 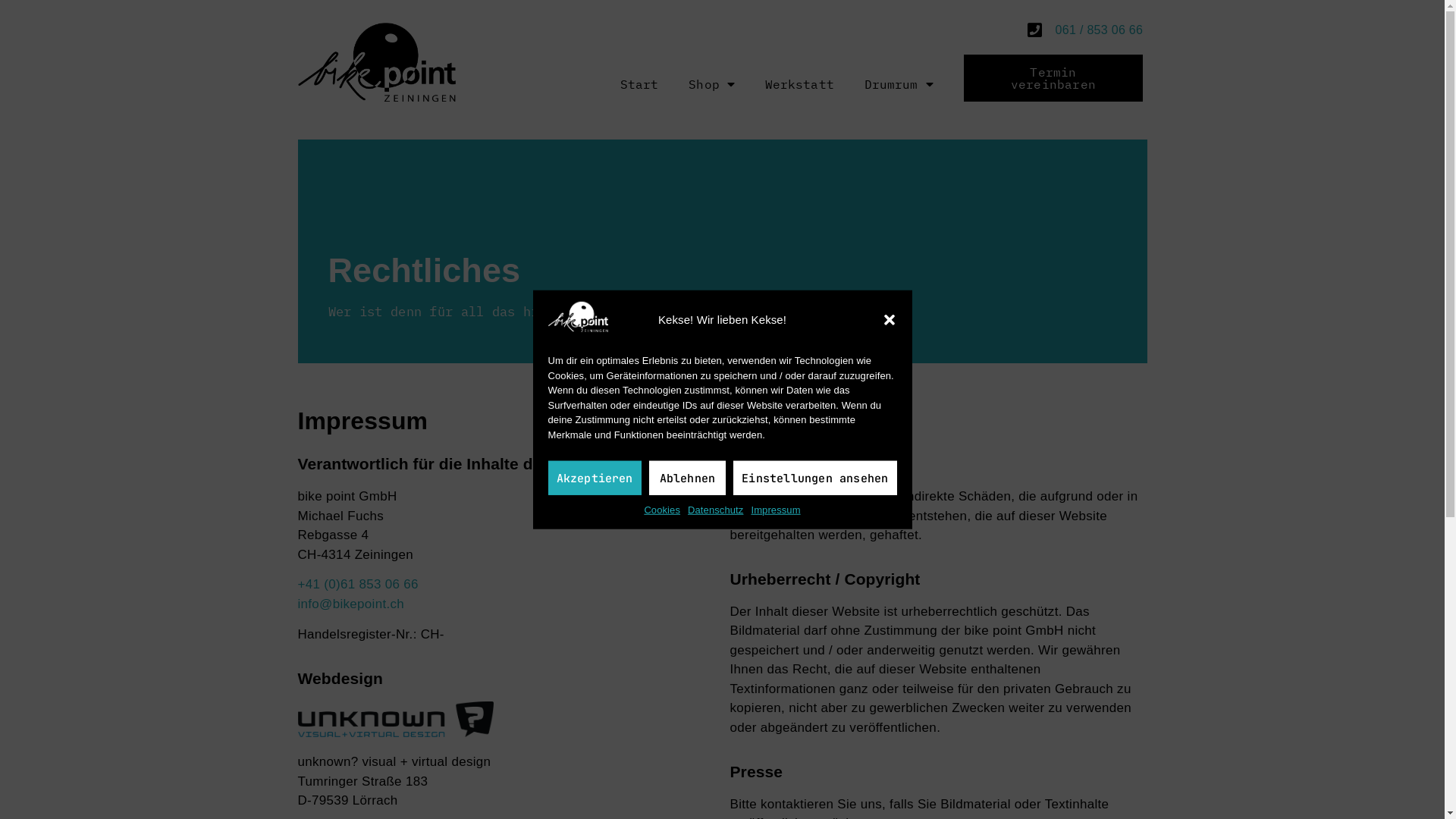 What do you see at coordinates (799, 84) in the screenshot?
I see `'Werkstatt'` at bounding box center [799, 84].